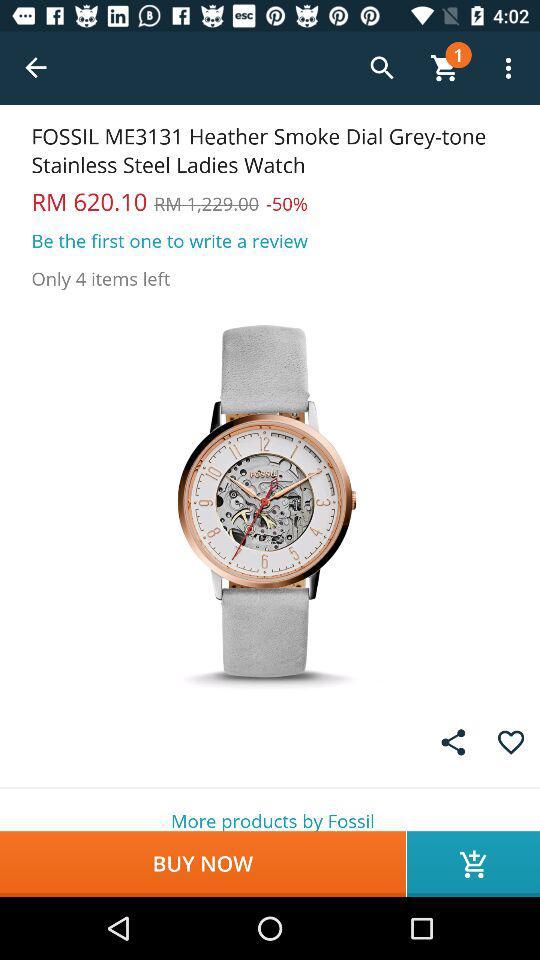 The image size is (540, 960). What do you see at coordinates (453, 741) in the screenshot?
I see `share the product` at bounding box center [453, 741].